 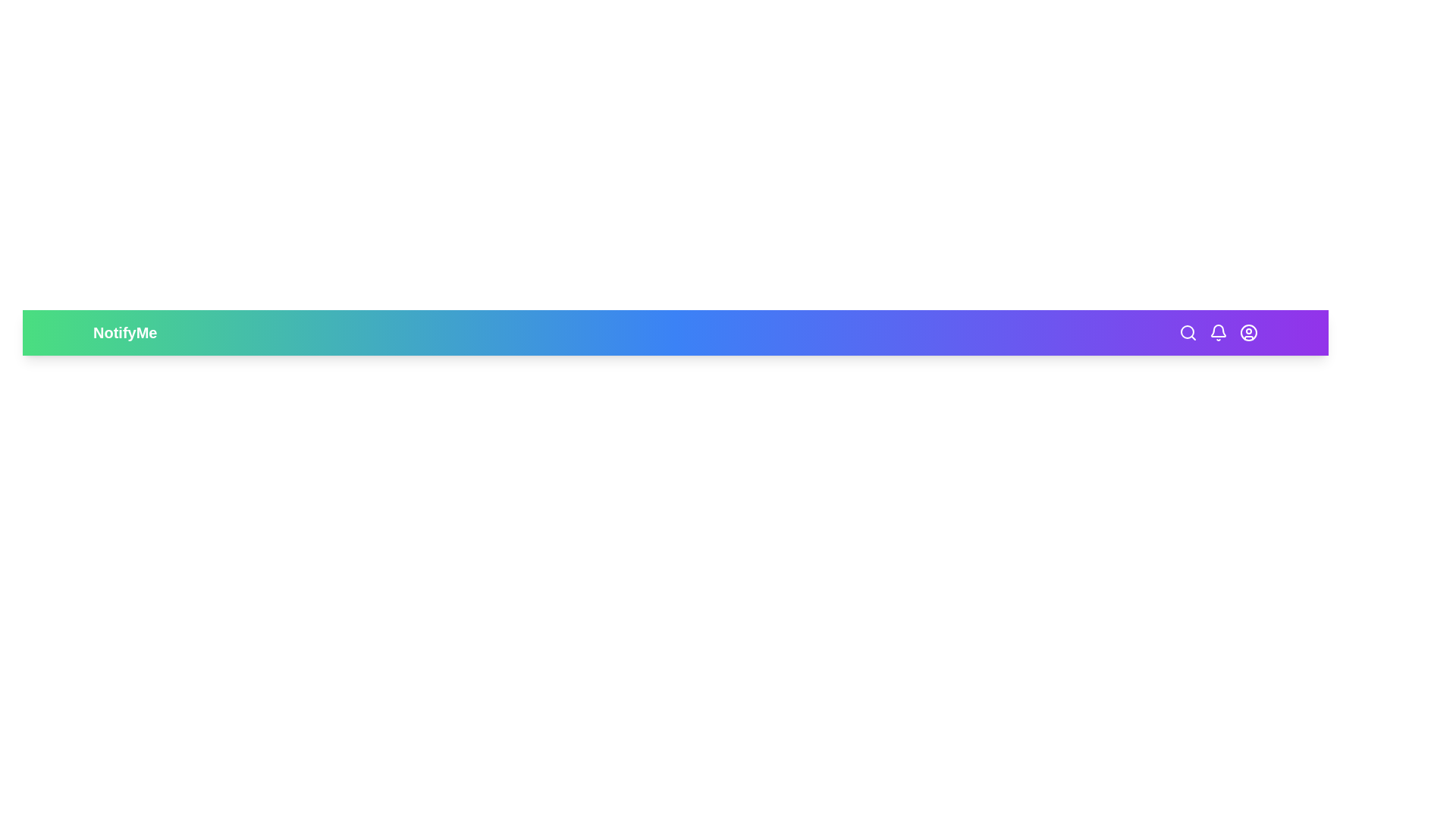 What do you see at coordinates (1248, 332) in the screenshot?
I see `the user icon to access user settings` at bounding box center [1248, 332].